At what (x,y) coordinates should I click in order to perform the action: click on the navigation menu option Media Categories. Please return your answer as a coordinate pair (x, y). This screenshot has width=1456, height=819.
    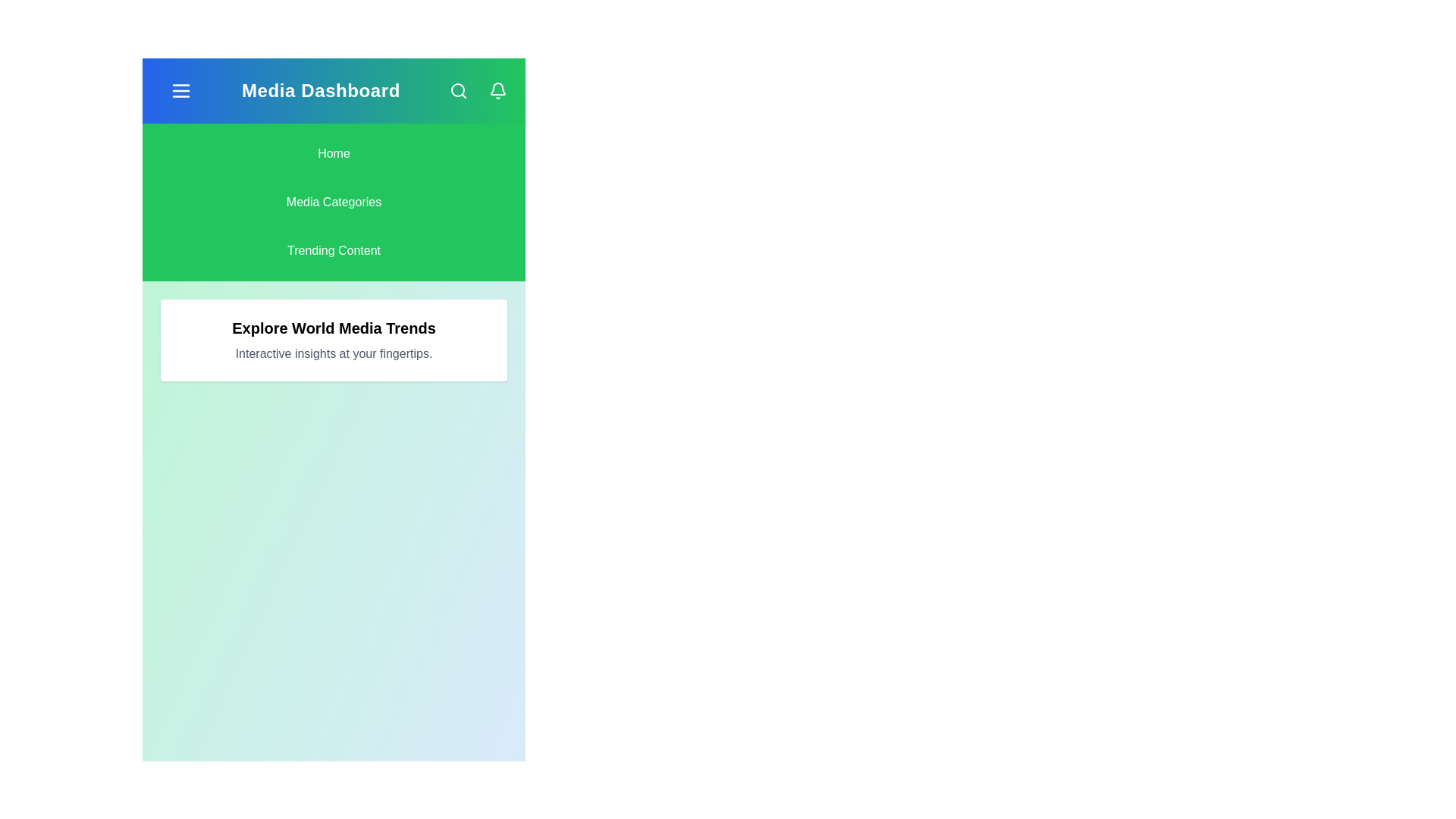
    Looking at the image, I should click on (333, 201).